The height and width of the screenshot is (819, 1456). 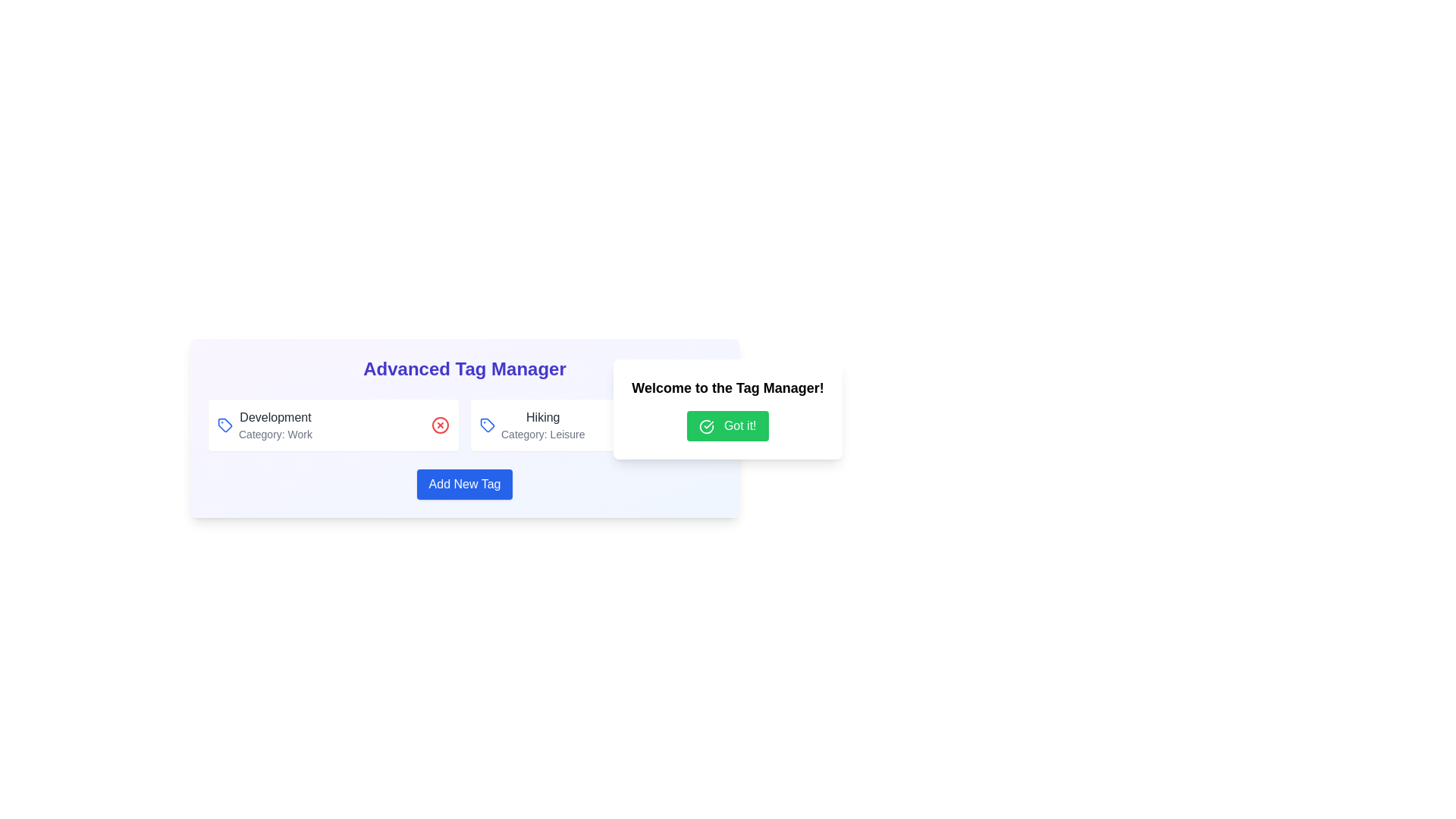 I want to click on the tag icon associated with the 'Hiking' category, which is positioned to the left of the text 'HikingCategory: Leisure', so click(x=488, y=425).